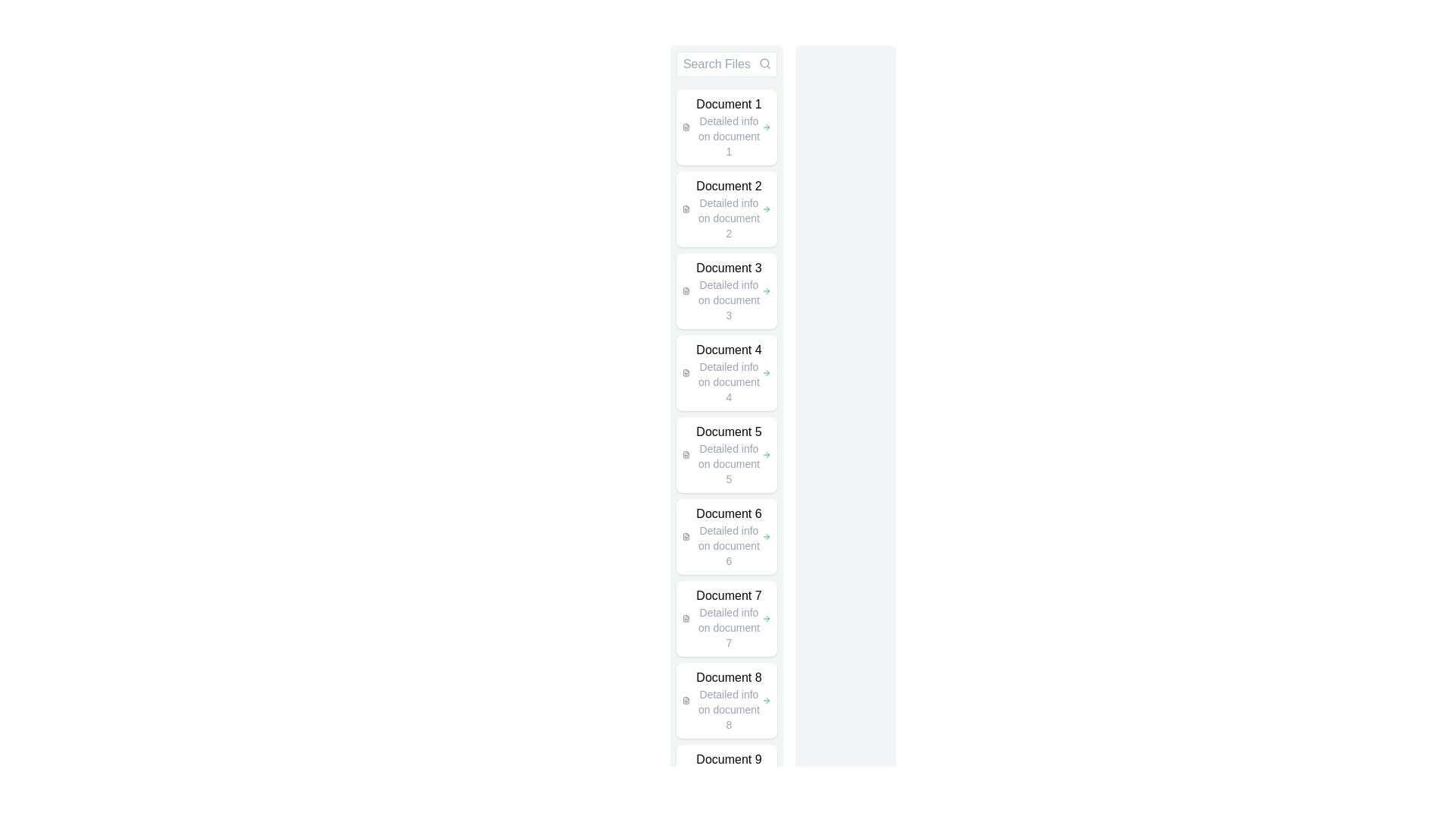 This screenshot has height=819, width=1456. What do you see at coordinates (729, 350) in the screenshot?
I see `the fourth text label in the vertical list` at bounding box center [729, 350].